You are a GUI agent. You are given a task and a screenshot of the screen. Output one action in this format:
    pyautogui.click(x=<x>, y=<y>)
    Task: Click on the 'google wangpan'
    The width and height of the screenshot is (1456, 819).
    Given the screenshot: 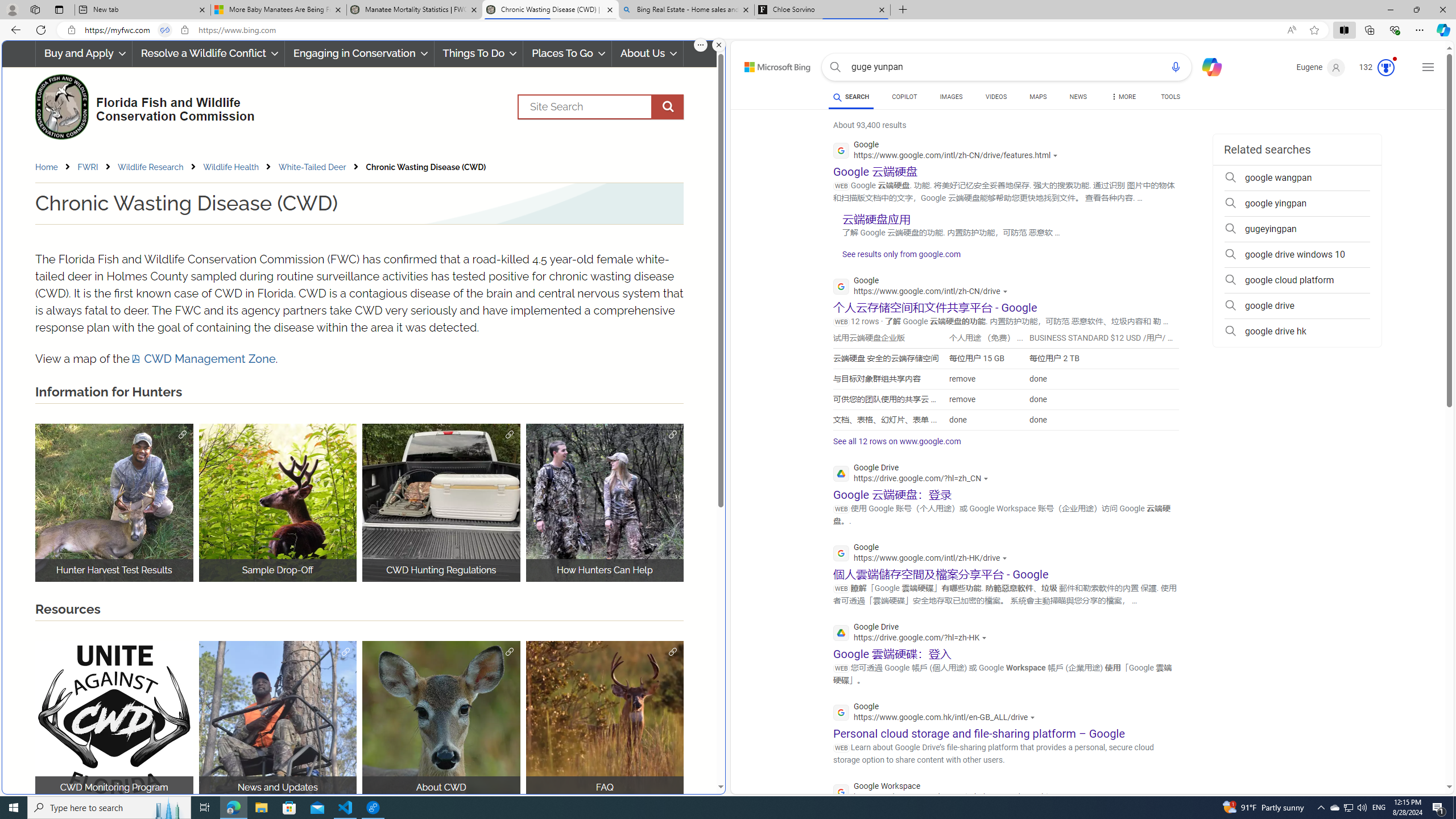 What is the action you would take?
    pyautogui.click(x=1296, y=178)
    